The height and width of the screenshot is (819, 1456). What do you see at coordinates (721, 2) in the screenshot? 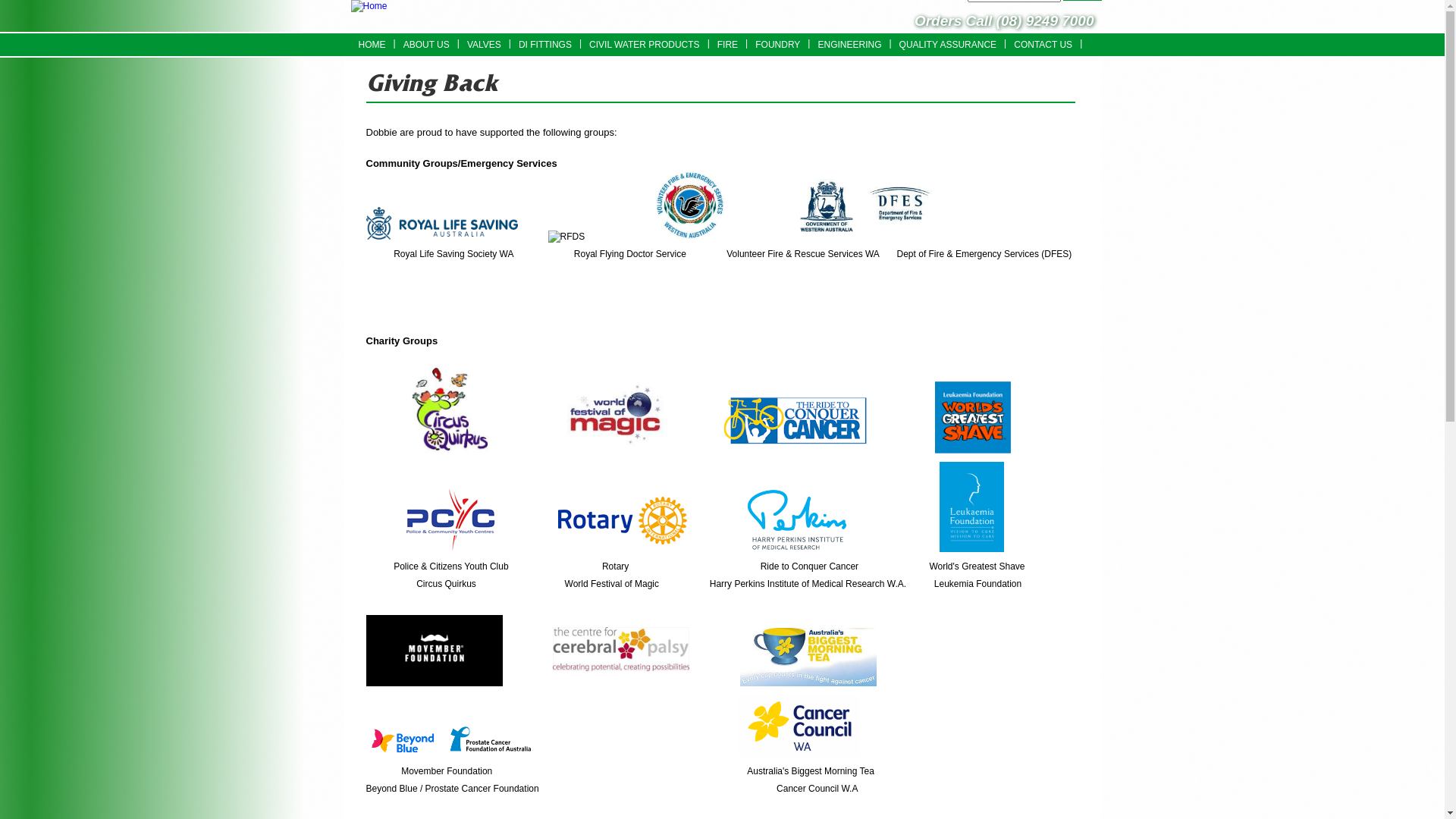
I see `'Jump to navigation'` at bounding box center [721, 2].